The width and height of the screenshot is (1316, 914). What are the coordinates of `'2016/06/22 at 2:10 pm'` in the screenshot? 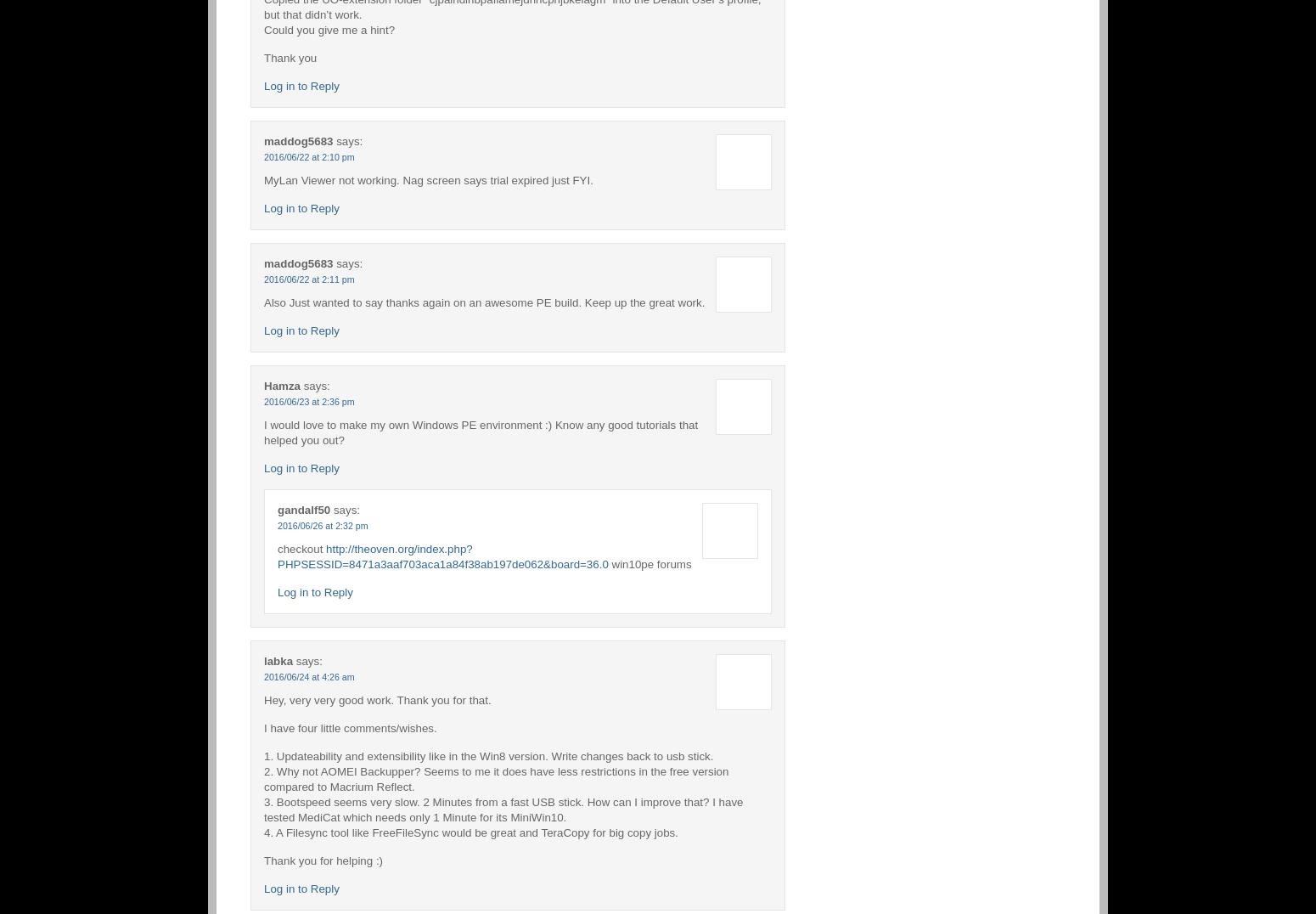 It's located at (307, 155).